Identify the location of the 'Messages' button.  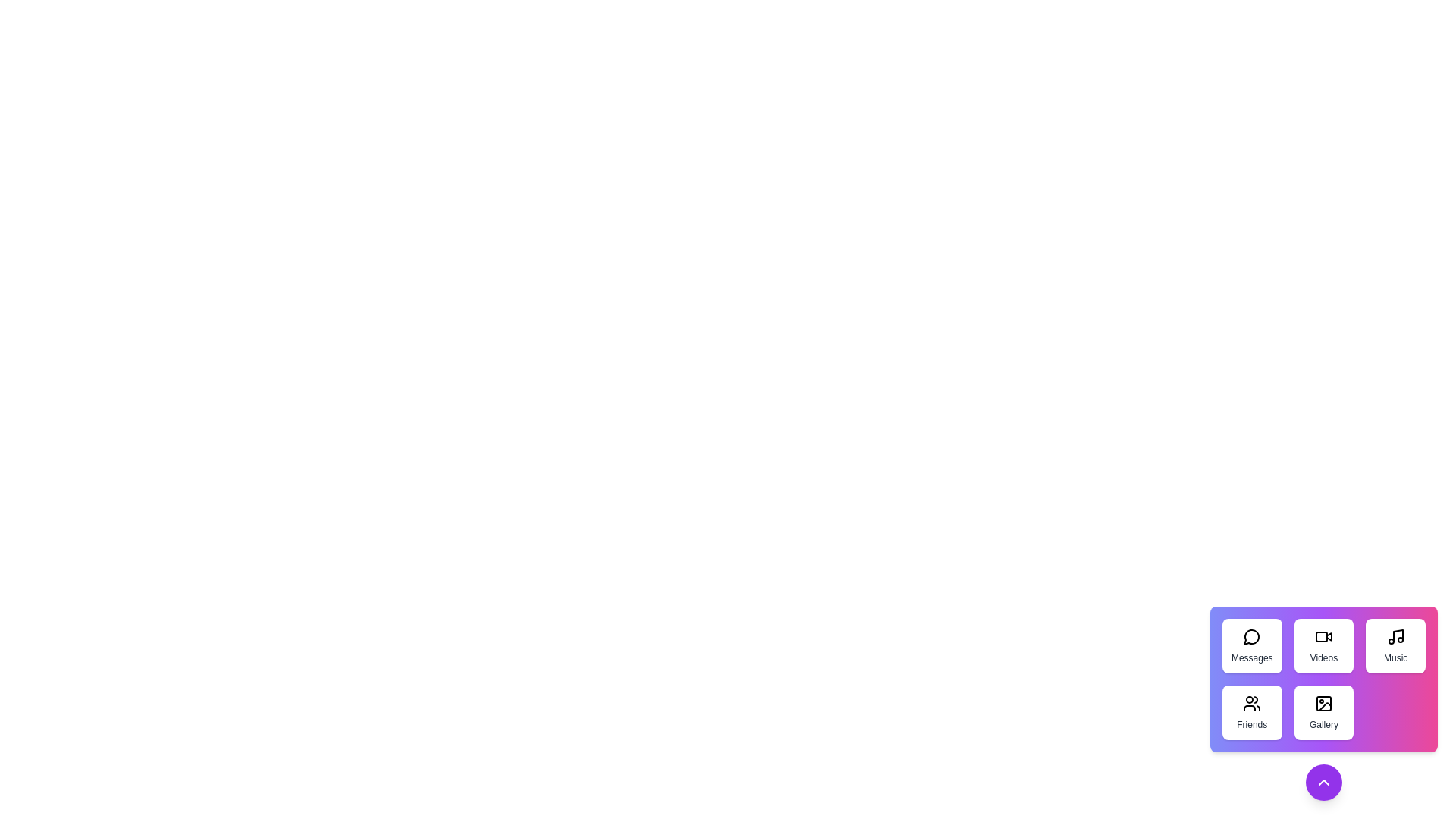
(1252, 646).